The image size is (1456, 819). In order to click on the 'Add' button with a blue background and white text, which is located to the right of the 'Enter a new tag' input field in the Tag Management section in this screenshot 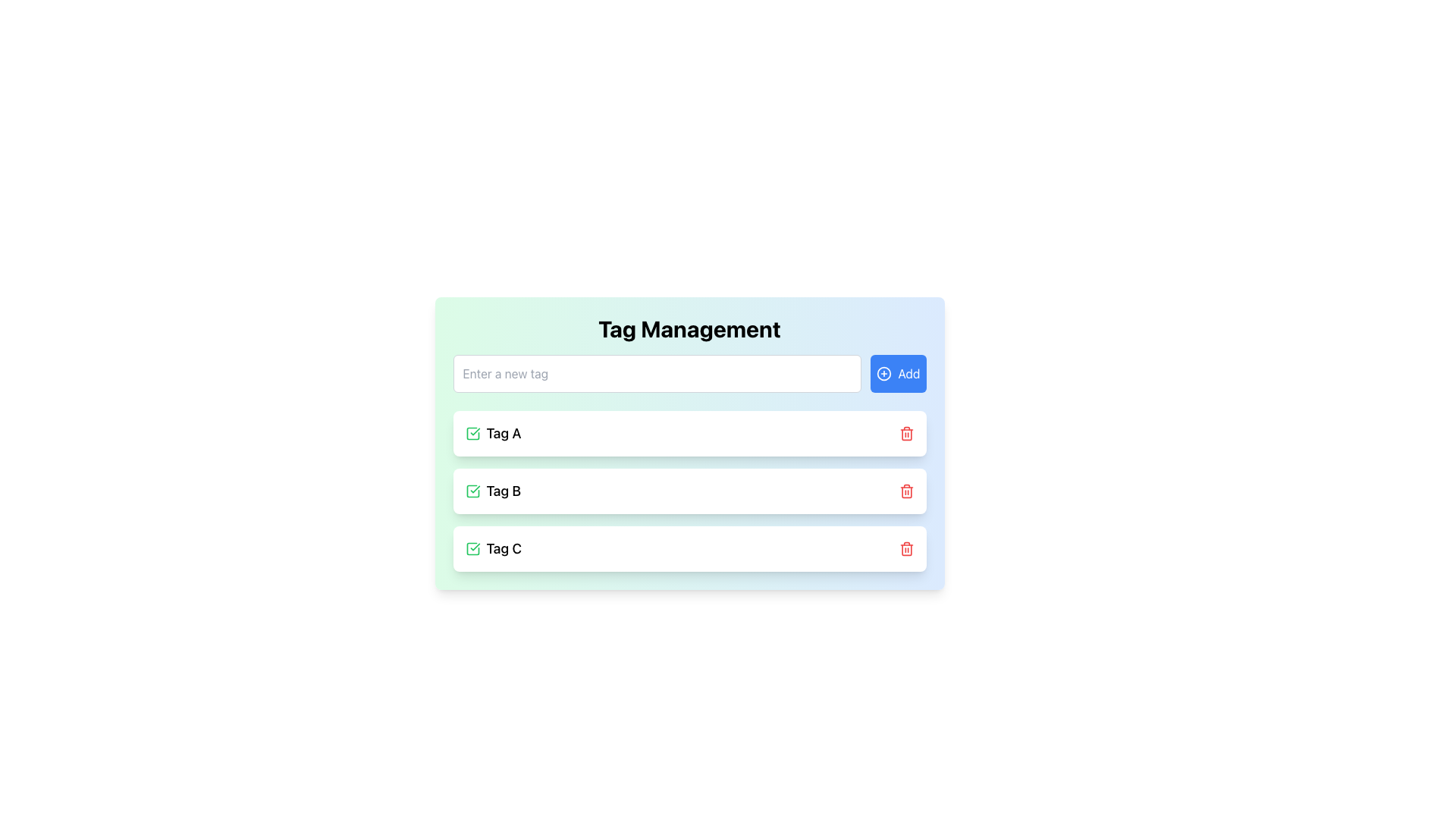, I will do `click(899, 374)`.